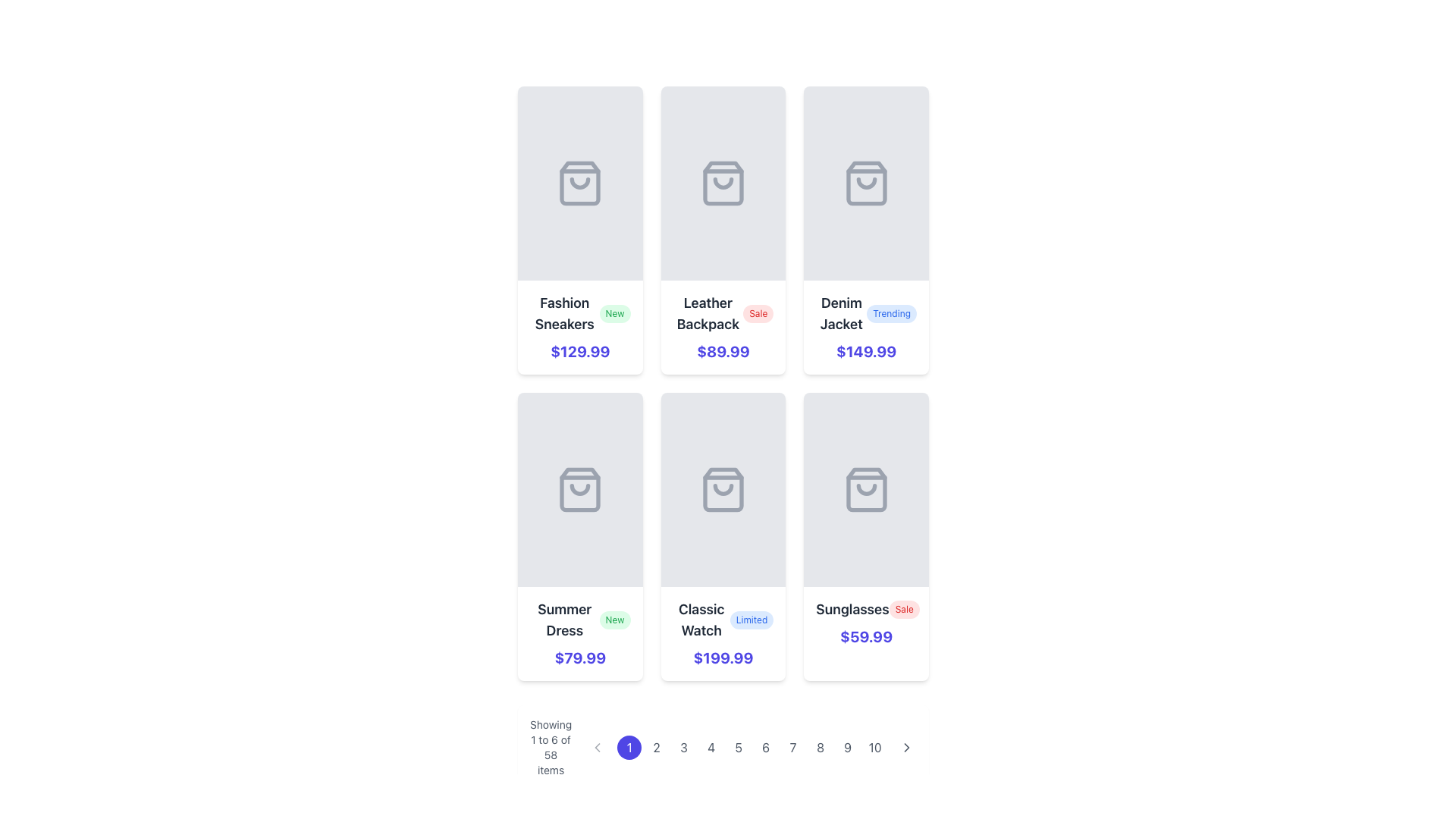  Describe the element at coordinates (723, 657) in the screenshot. I see `text value of the price label located in the second card of the grid layout, positioned below the 'Classic Watch' title and beneath the 'Limited' label` at that location.